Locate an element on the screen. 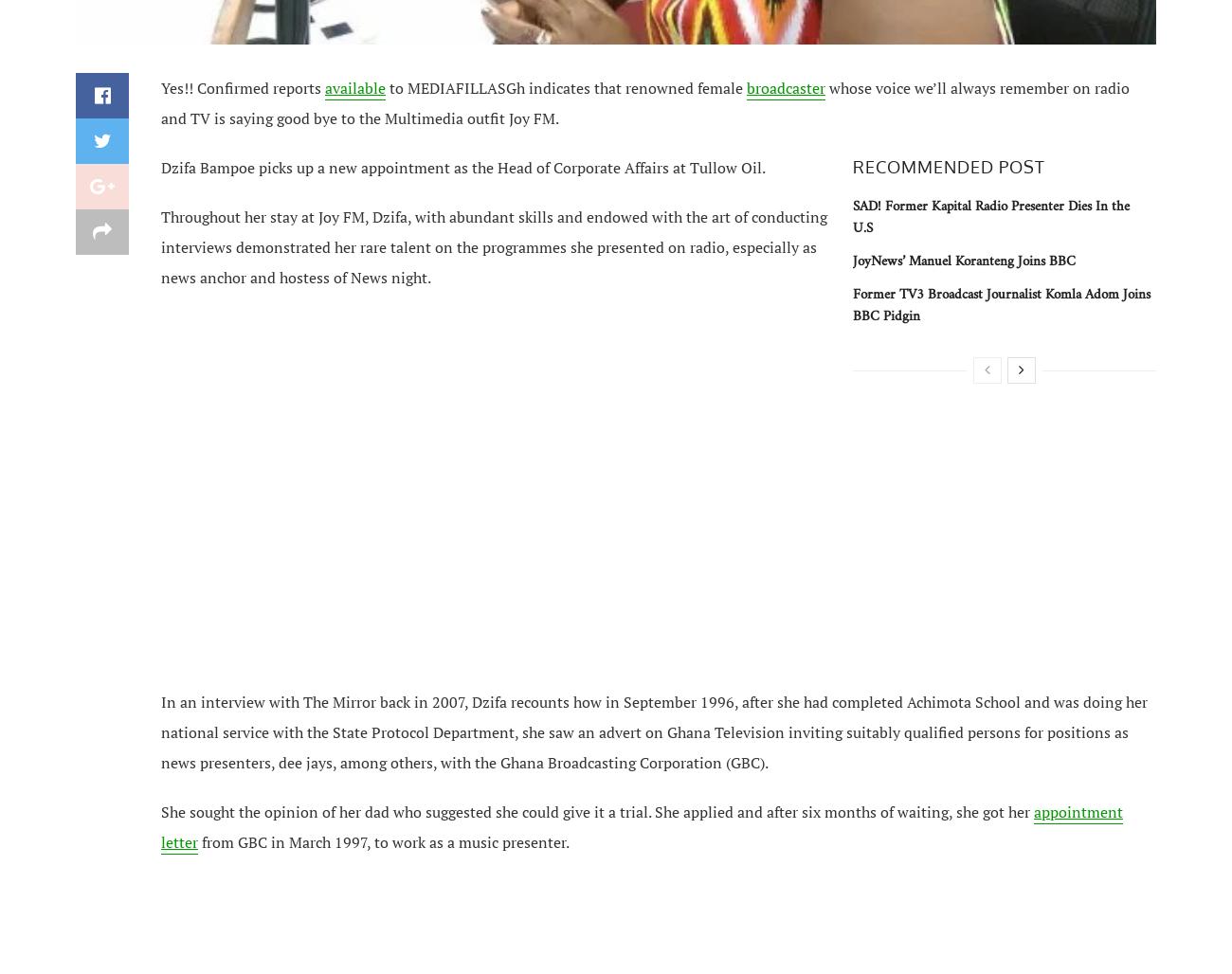 The width and height of the screenshot is (1232, 974). 'Yes!! Confirmed reports' is located at coordinates (242, 86).